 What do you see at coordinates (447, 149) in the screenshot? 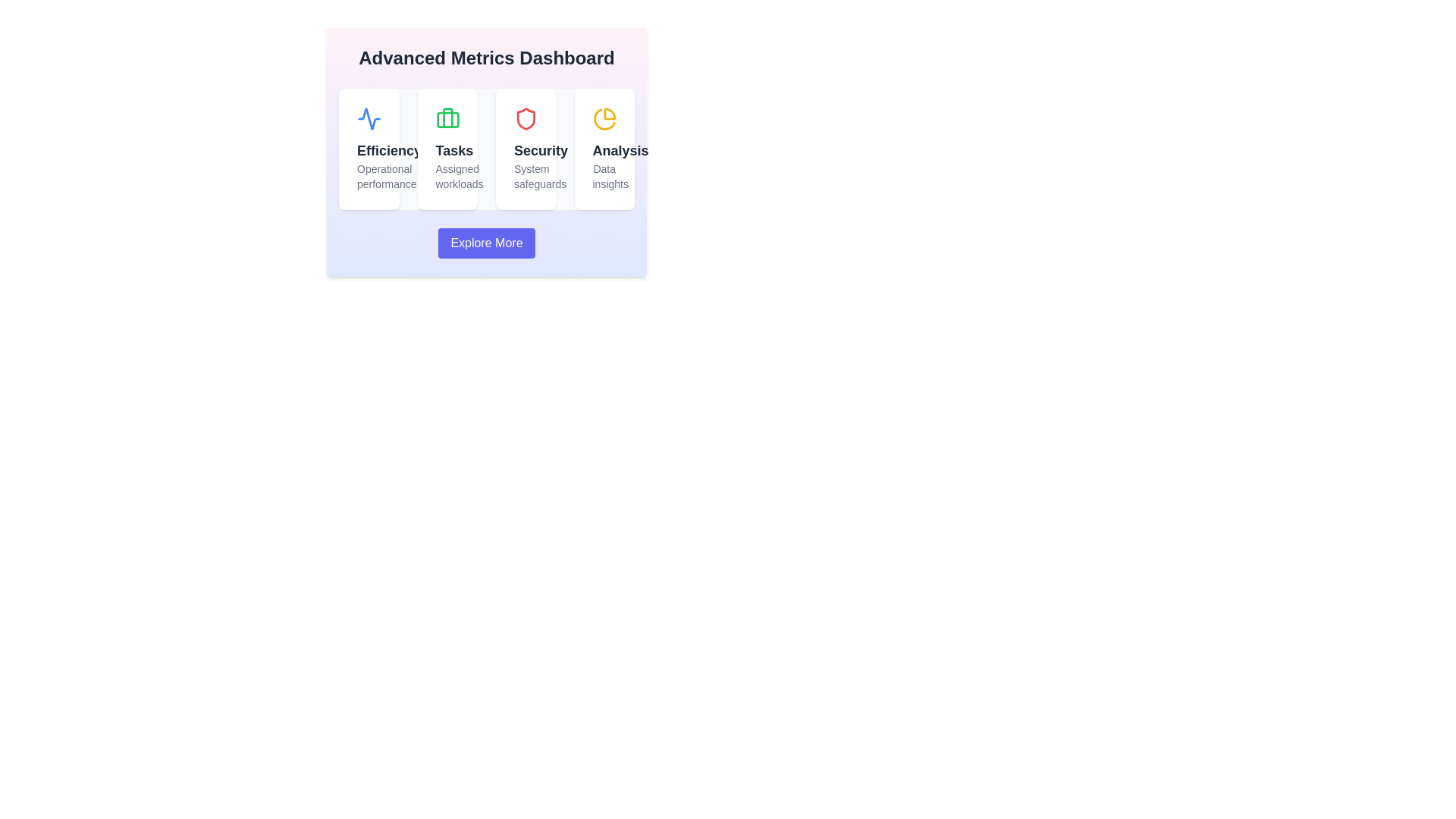
I see `the second card in the grid layout under the 'Advanced Metrics Dashboard'` at bounding box center [447, 149].